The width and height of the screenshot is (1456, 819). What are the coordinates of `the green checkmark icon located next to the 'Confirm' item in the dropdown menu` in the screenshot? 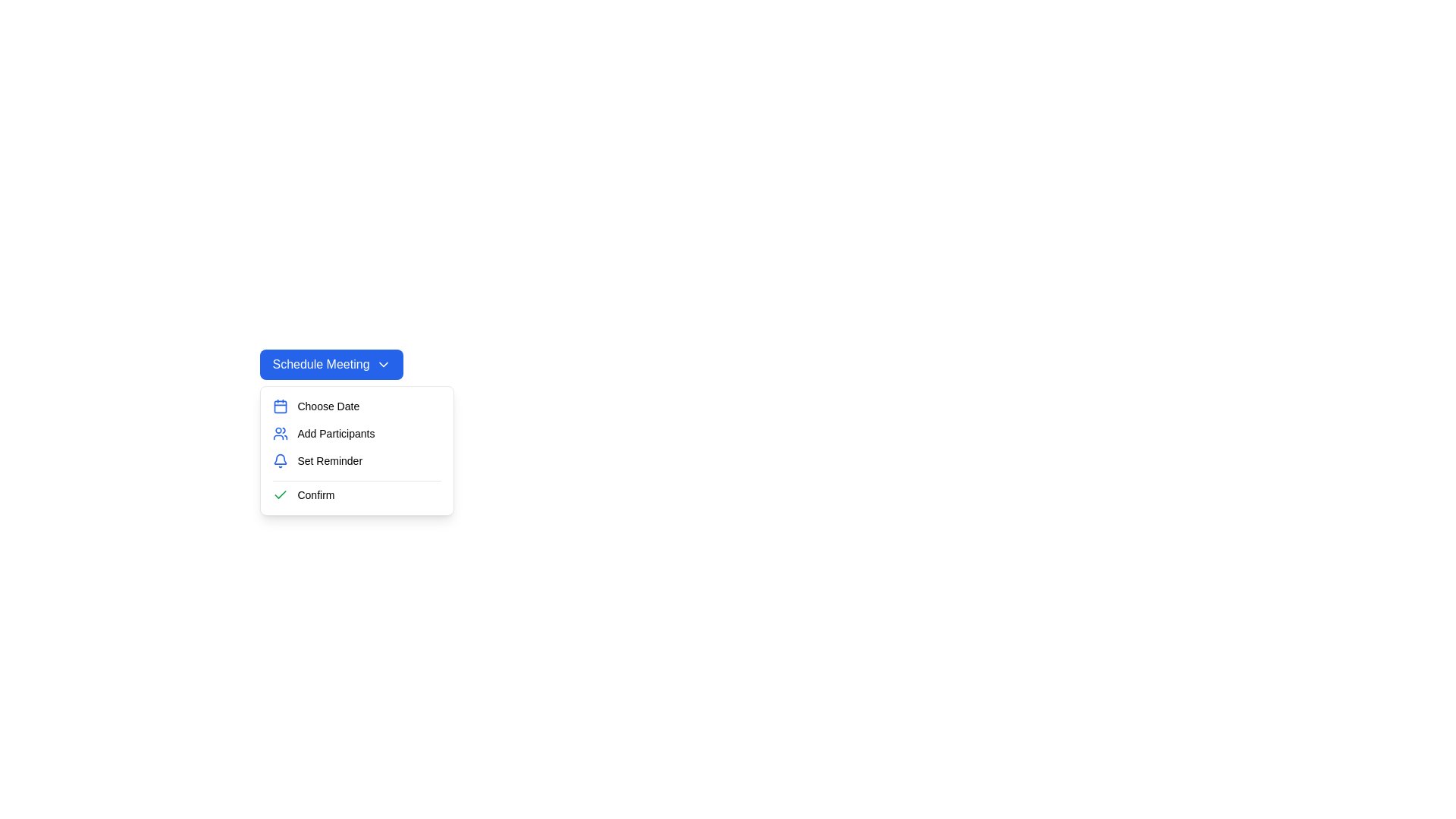 It's located at (281, 494).